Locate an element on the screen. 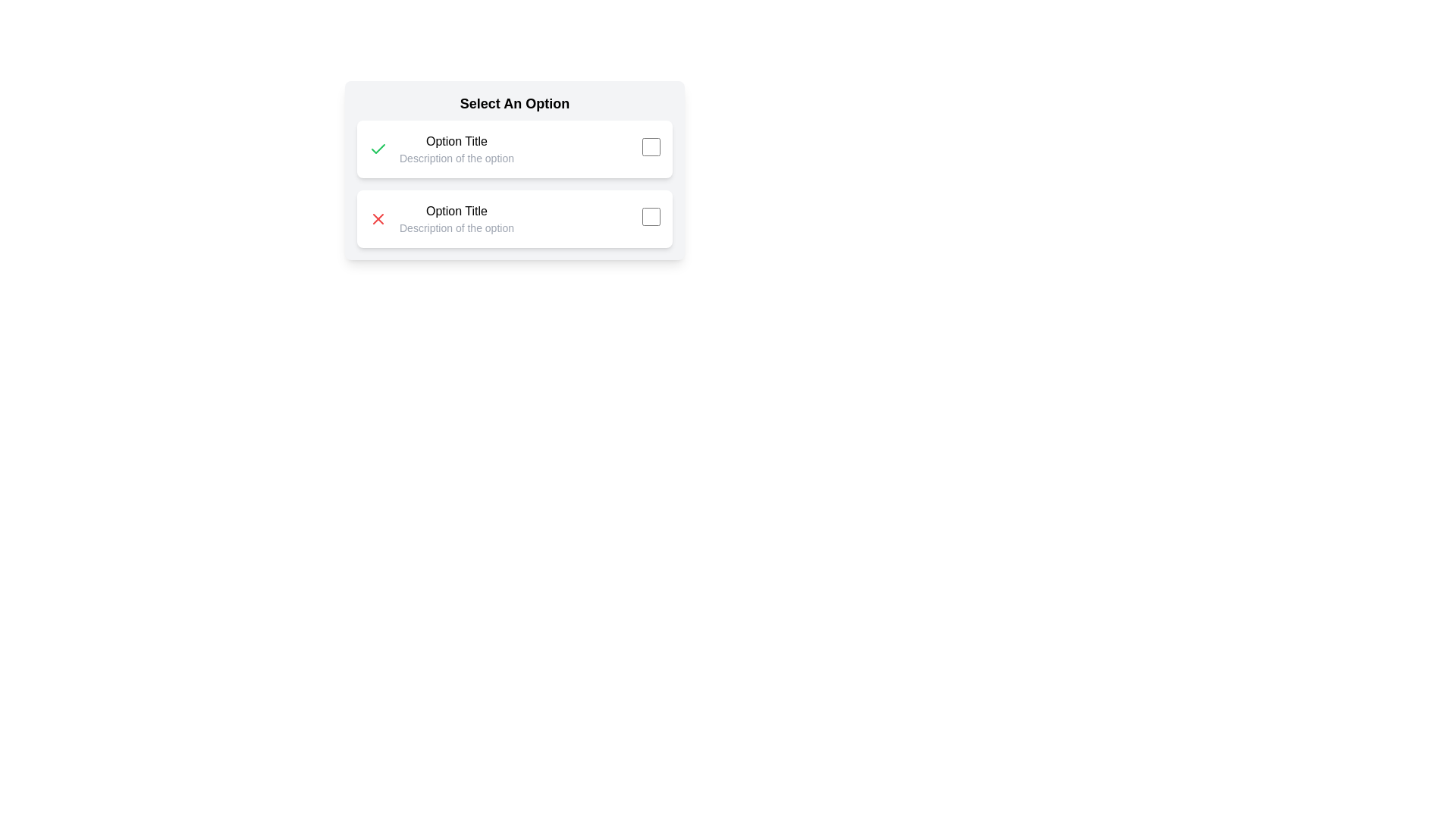  the static text element that serves as the primary title for its option group, located in the second option block of the choice selection interface, to the right of a red cross icon and above descriptive text is located at coordinates (456, 211).